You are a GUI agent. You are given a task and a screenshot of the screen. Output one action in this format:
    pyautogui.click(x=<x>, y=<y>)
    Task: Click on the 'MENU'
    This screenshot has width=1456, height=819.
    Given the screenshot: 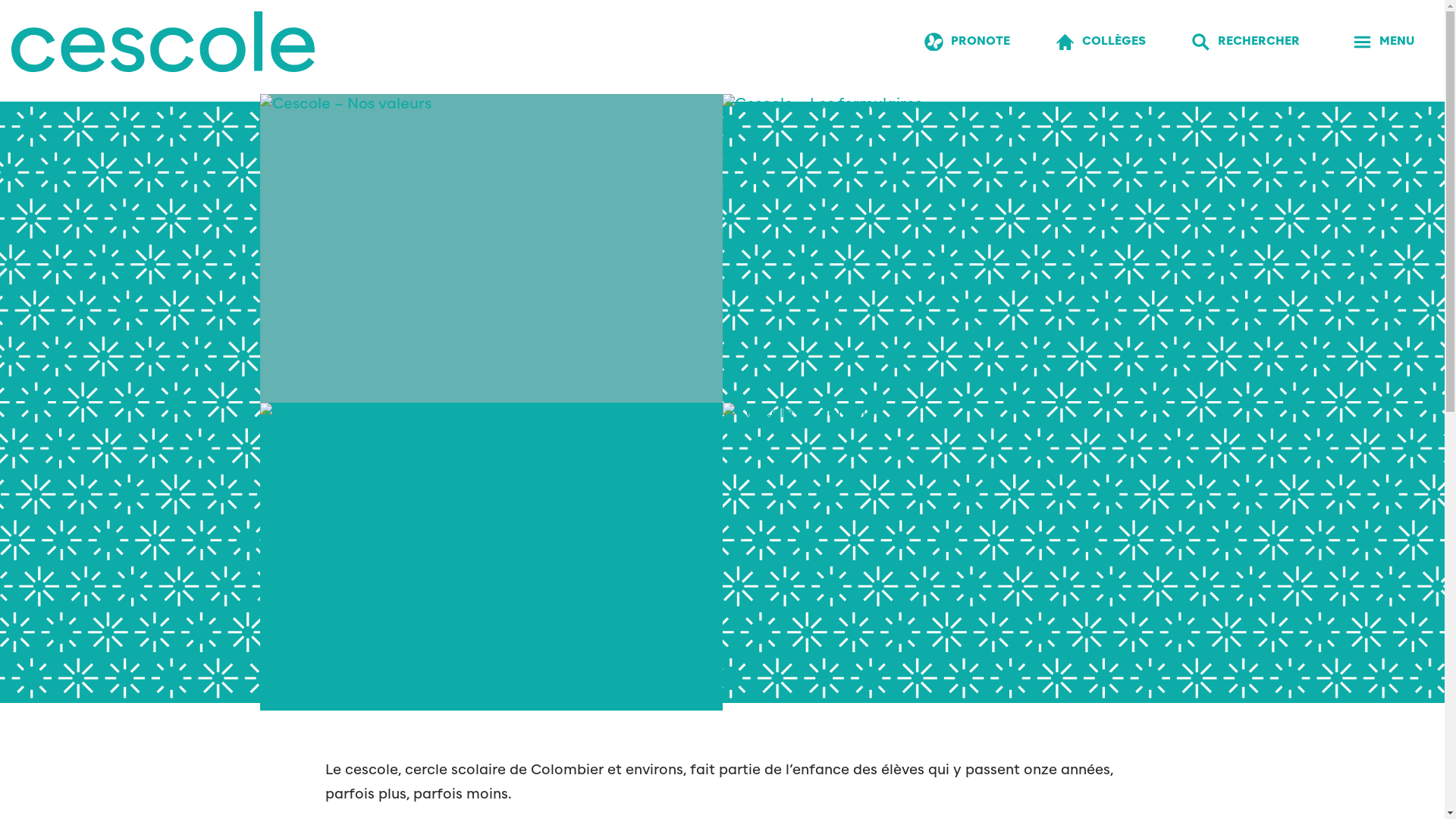 What is the action you would take?
    pyautogui.click(x=1383, y=41)
    